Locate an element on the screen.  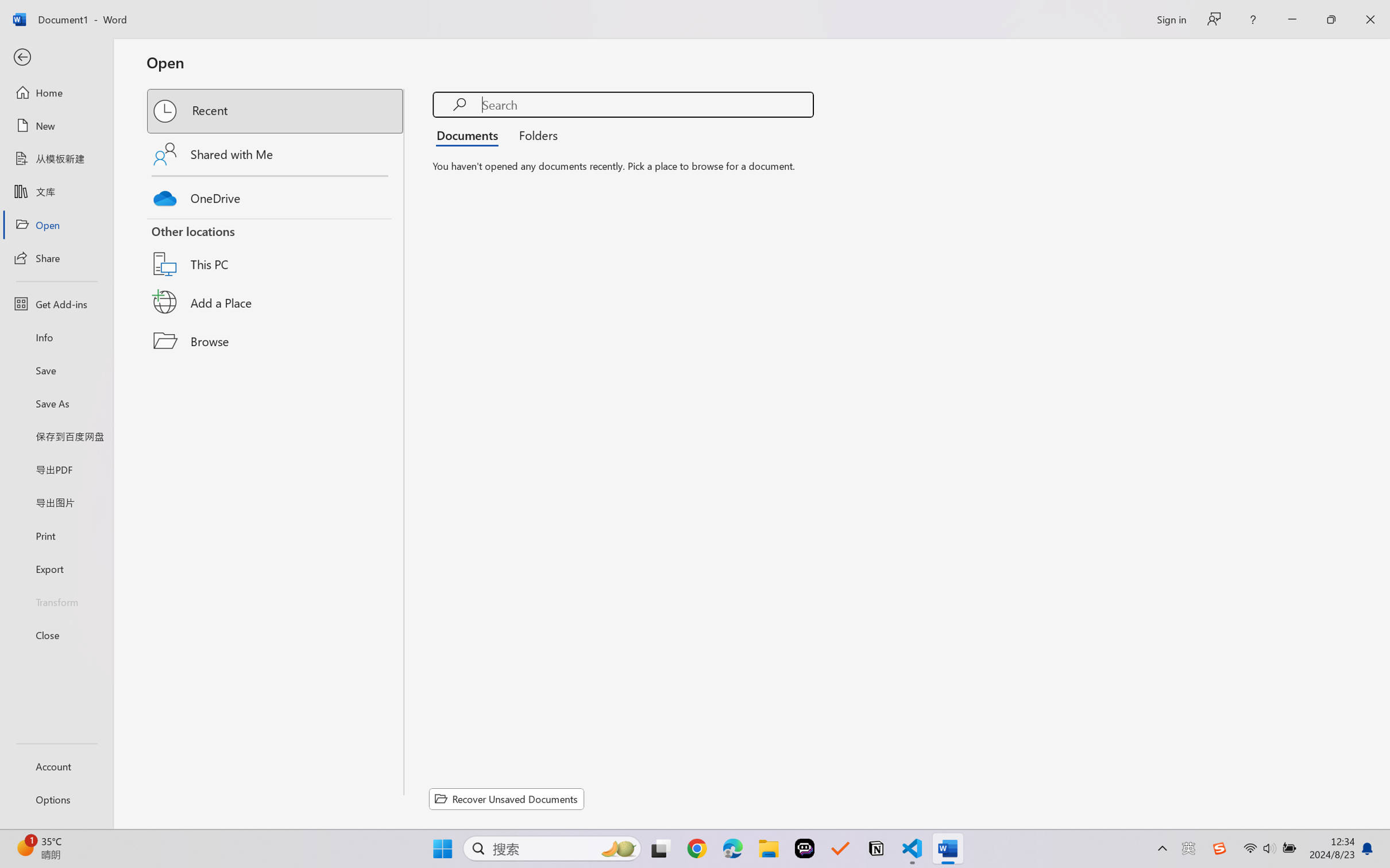
'Documents' is located at coordinates (470, 134).